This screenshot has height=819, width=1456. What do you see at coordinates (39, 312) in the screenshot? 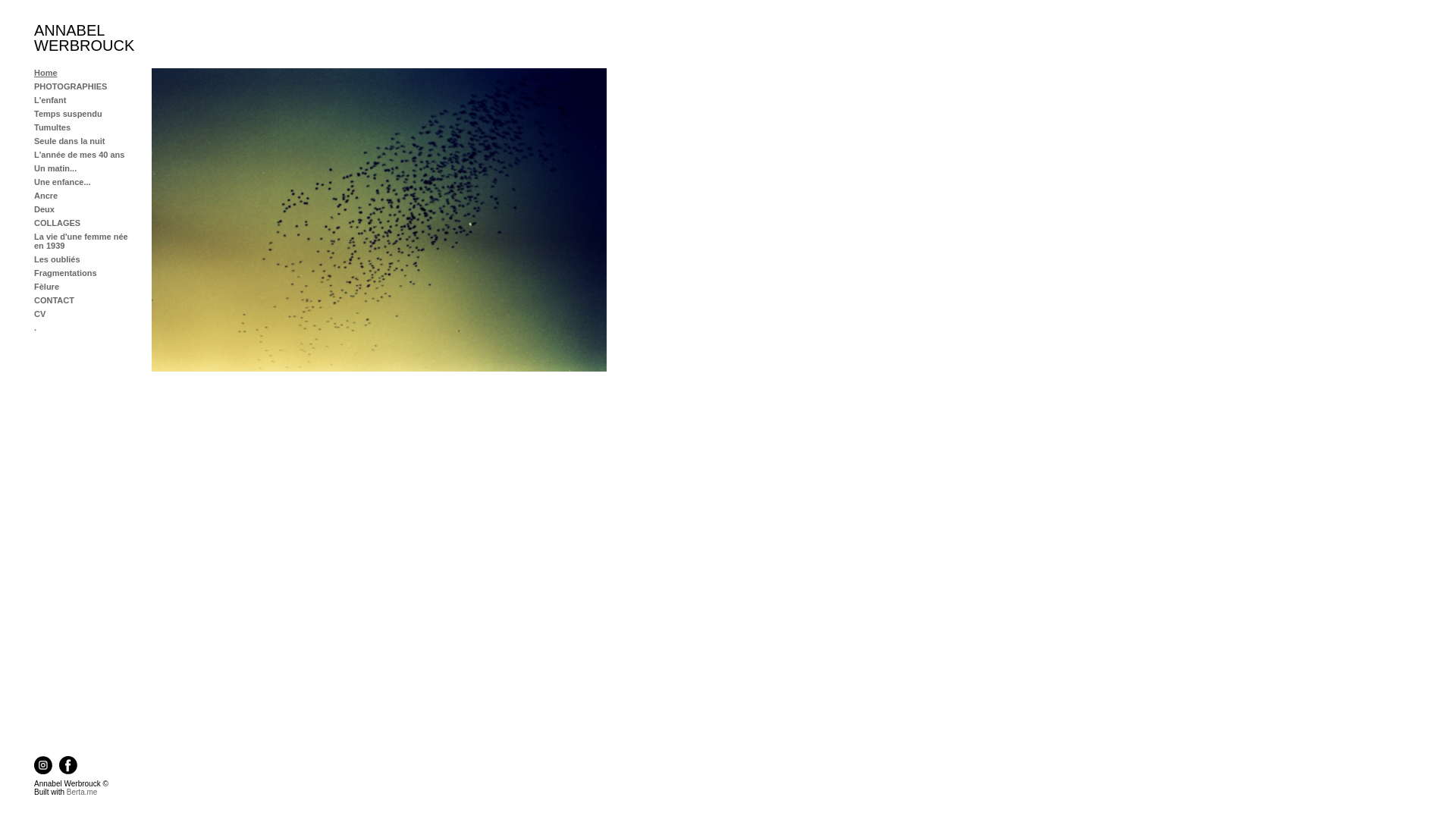
I see `'CV'` at bounding box center [39, 312].